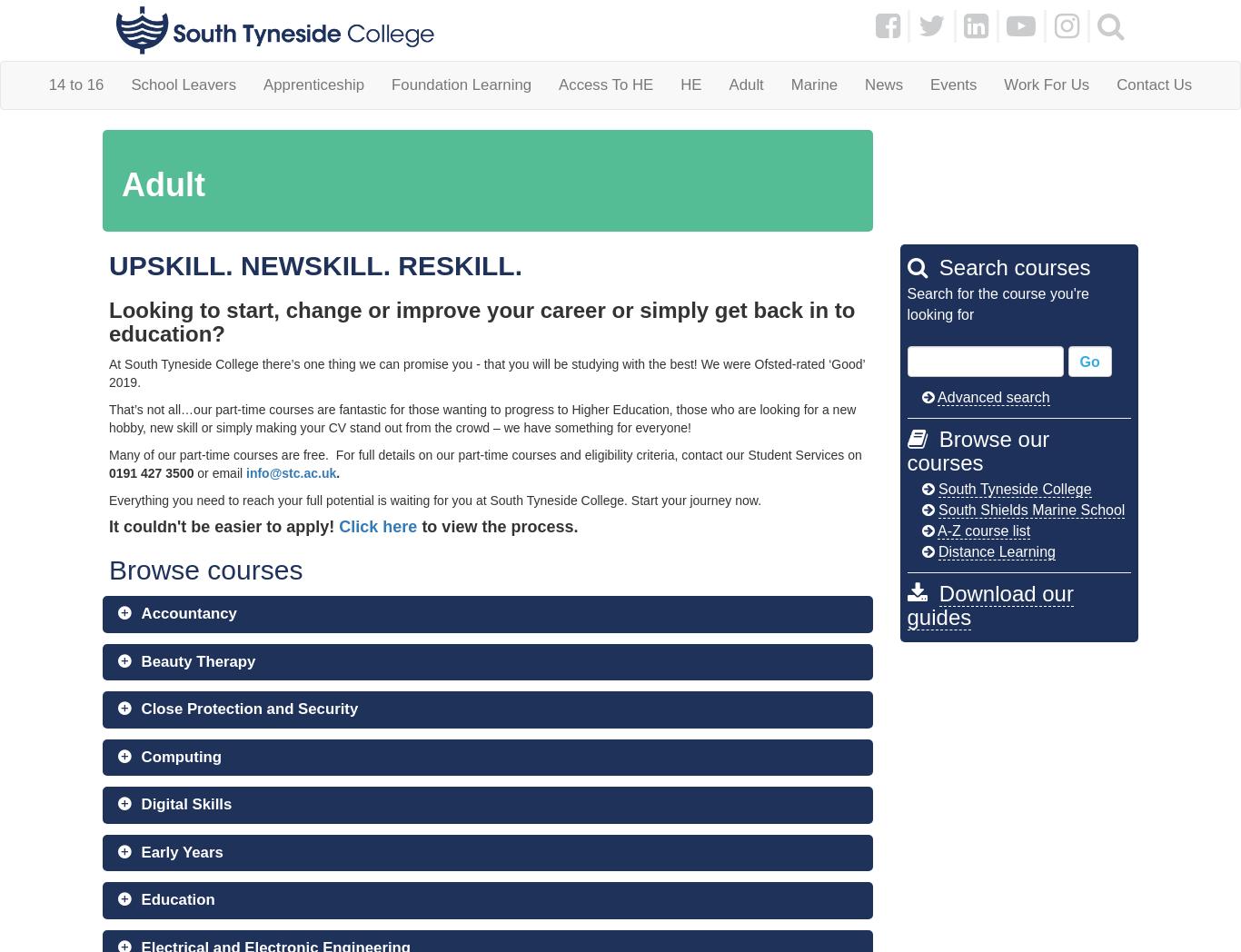 The image size is (1241, 952). Describe the element at coordinates (185, 803) in the screenshot. I see `'Digital Skills'` at that location.